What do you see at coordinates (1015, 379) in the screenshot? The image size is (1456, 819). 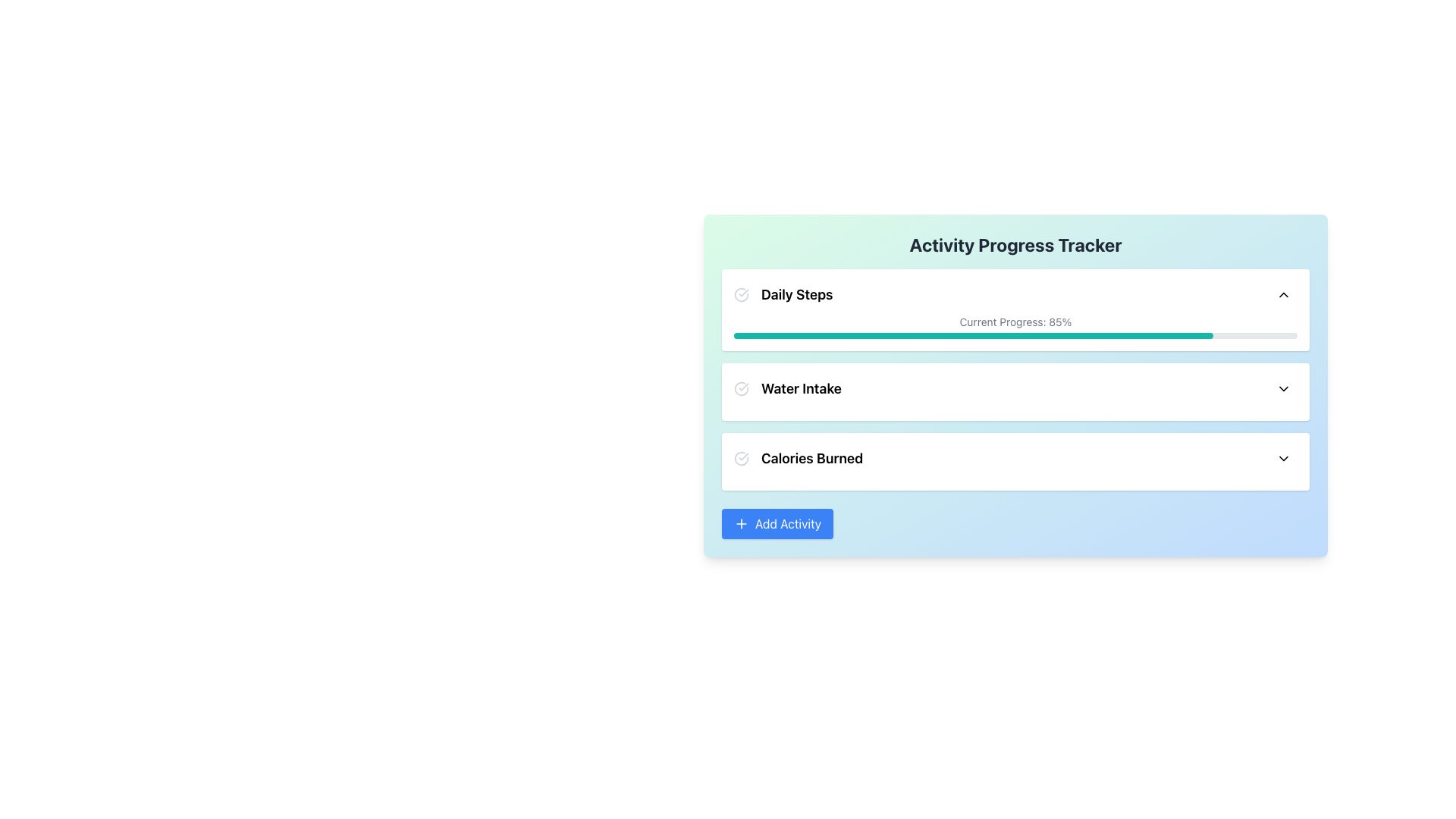 I see `the topmost activity block in the 'Activity Progress Tracker' that displays the user's daily steps progress` at bounding box center [1015, 379].